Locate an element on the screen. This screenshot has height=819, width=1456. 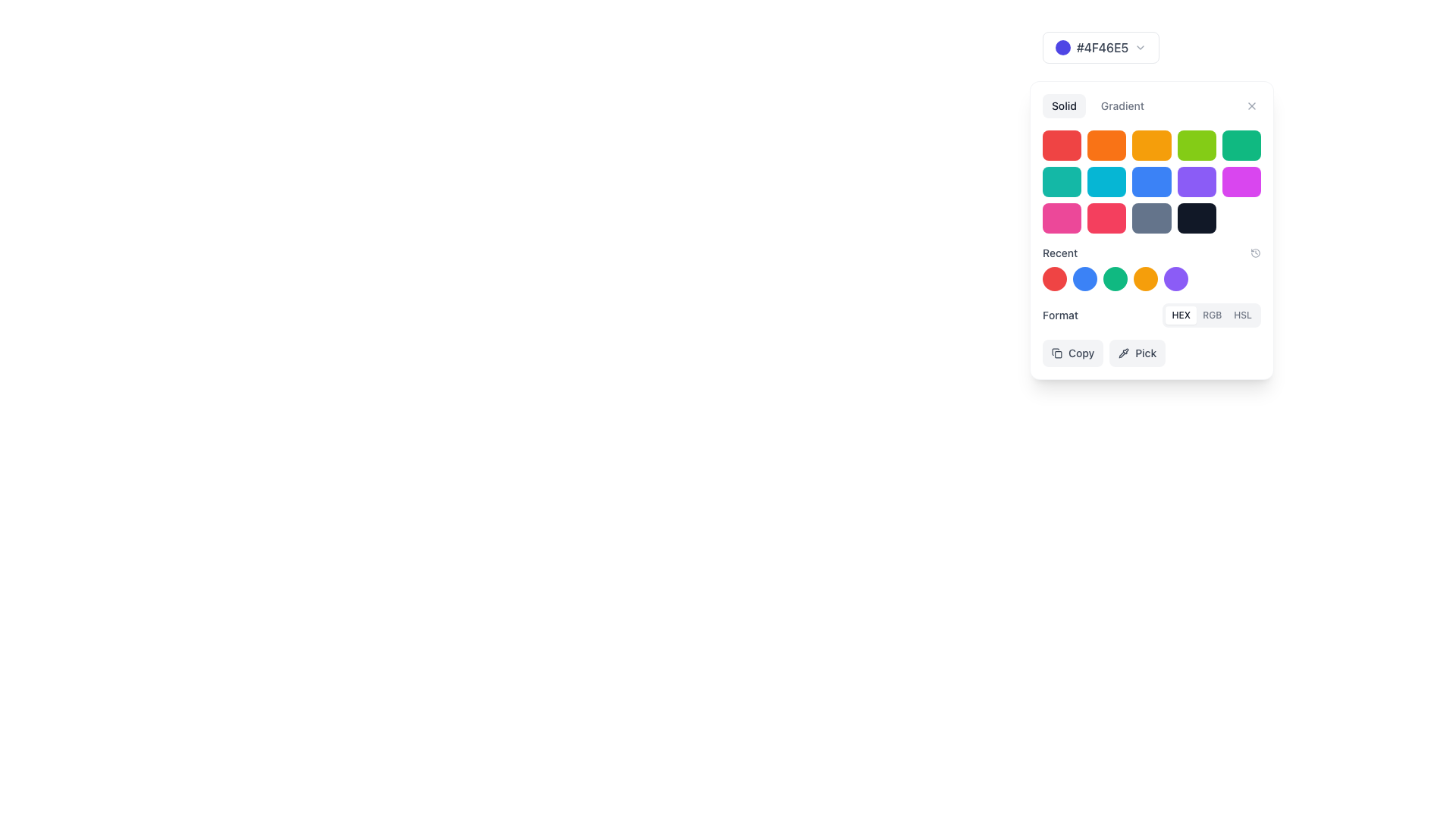
the rectangular button with a greyish blue background and rounded borders located in the third row and third column of the color options grid is located at coordinates (1151, 218).